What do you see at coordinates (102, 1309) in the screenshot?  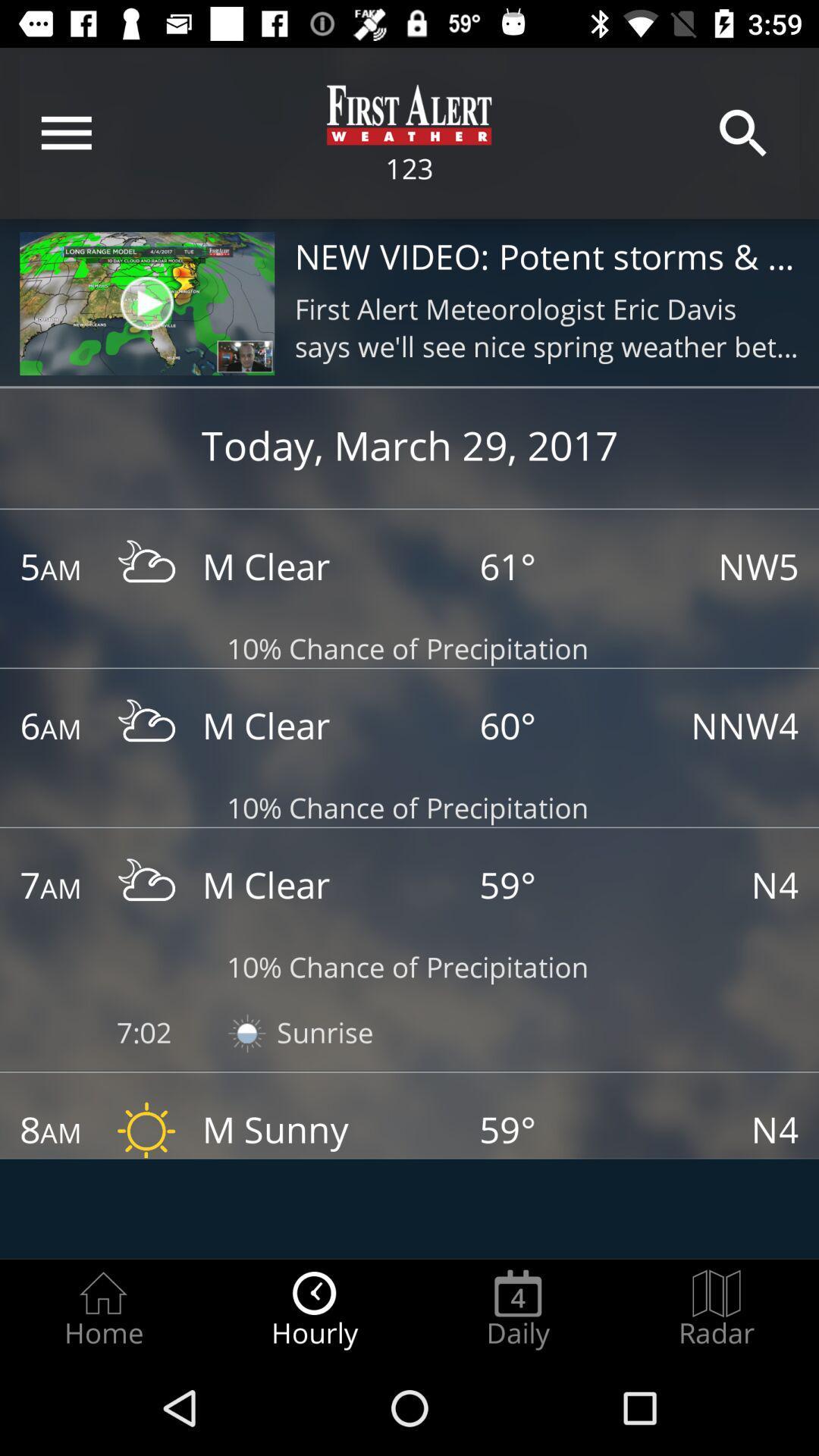 I see `the home` at bounding box center [102, 1309].